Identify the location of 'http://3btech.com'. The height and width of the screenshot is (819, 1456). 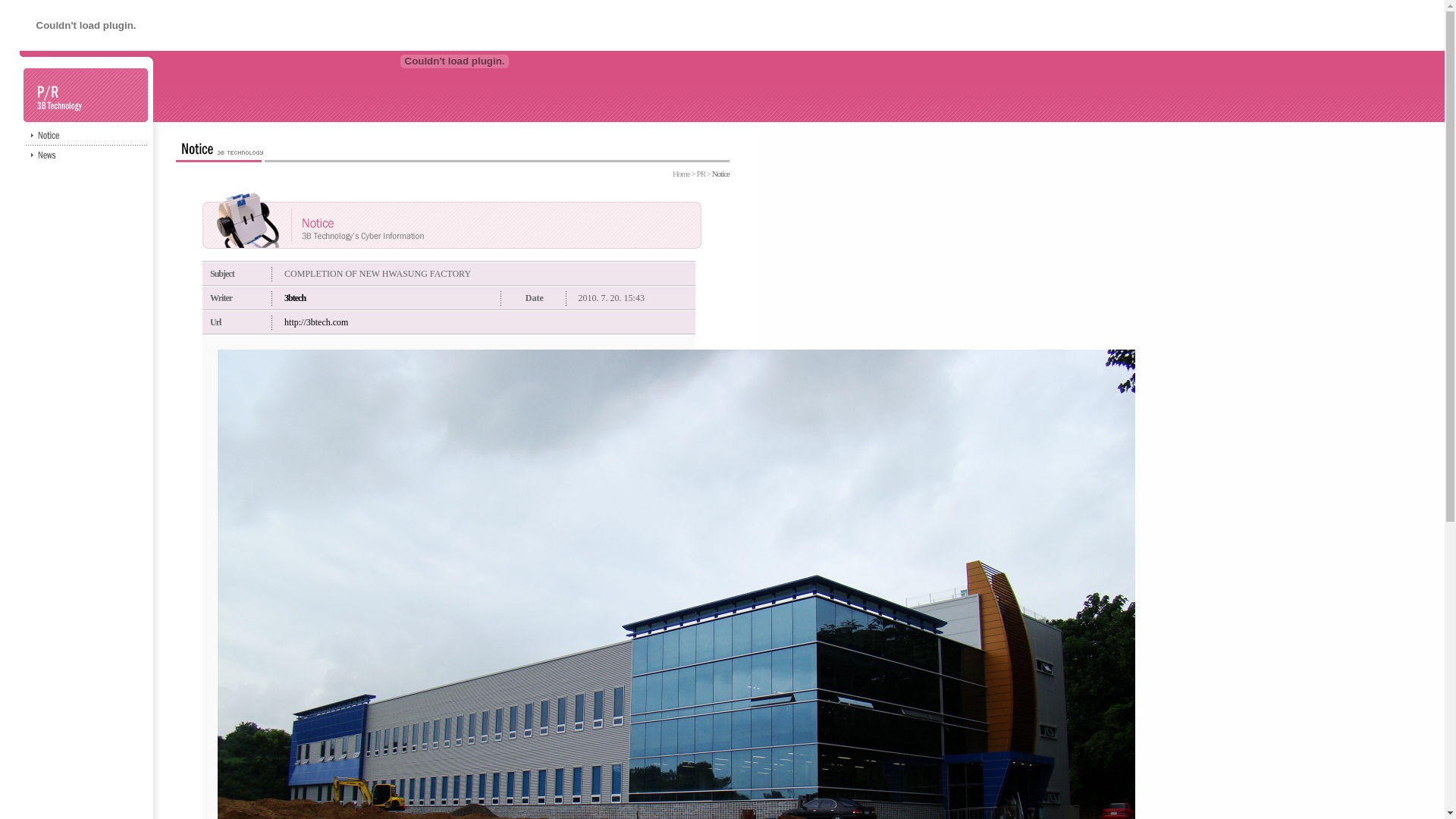
(315, 321).